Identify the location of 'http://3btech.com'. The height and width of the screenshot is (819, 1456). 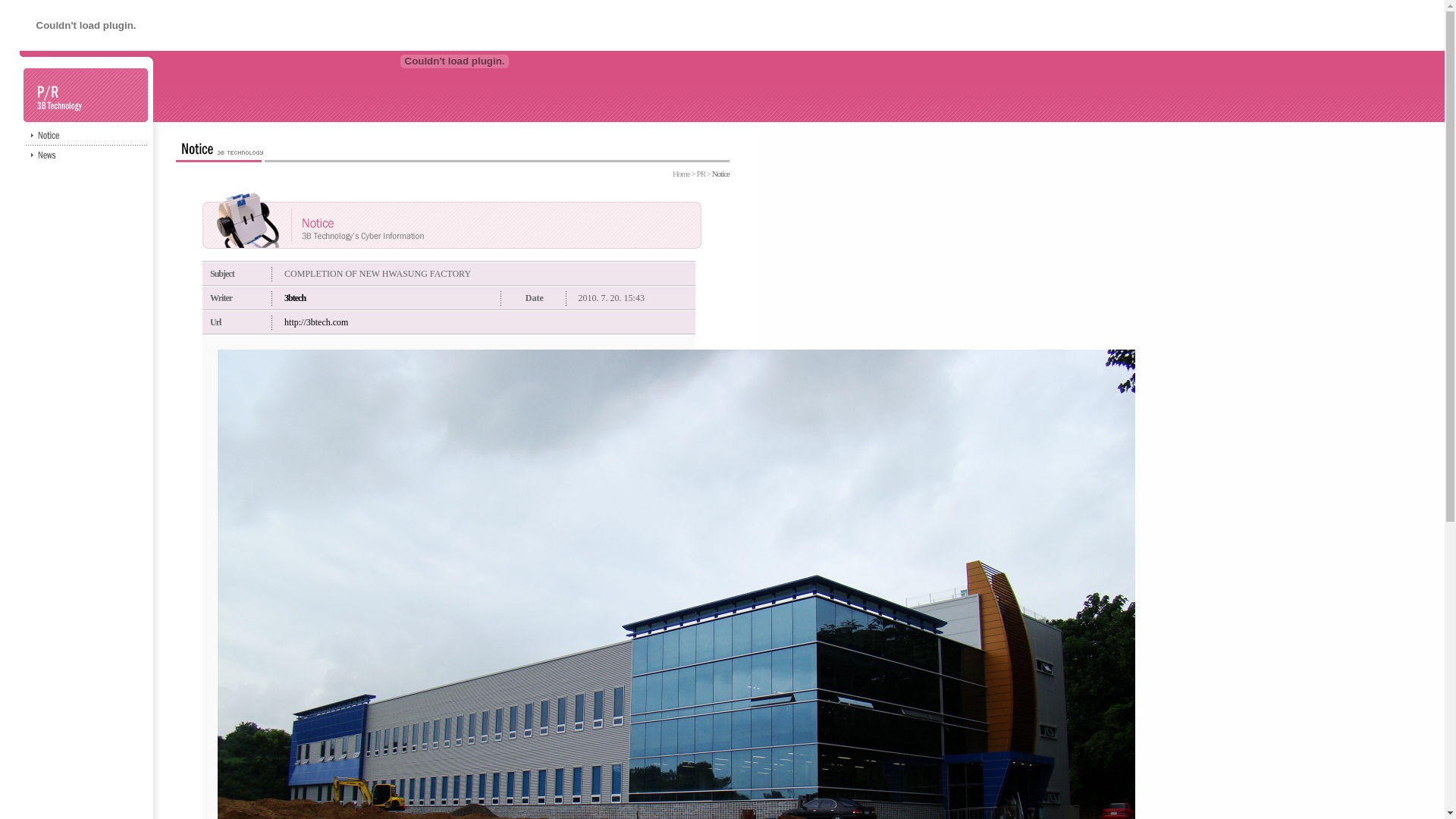
(315, 321).